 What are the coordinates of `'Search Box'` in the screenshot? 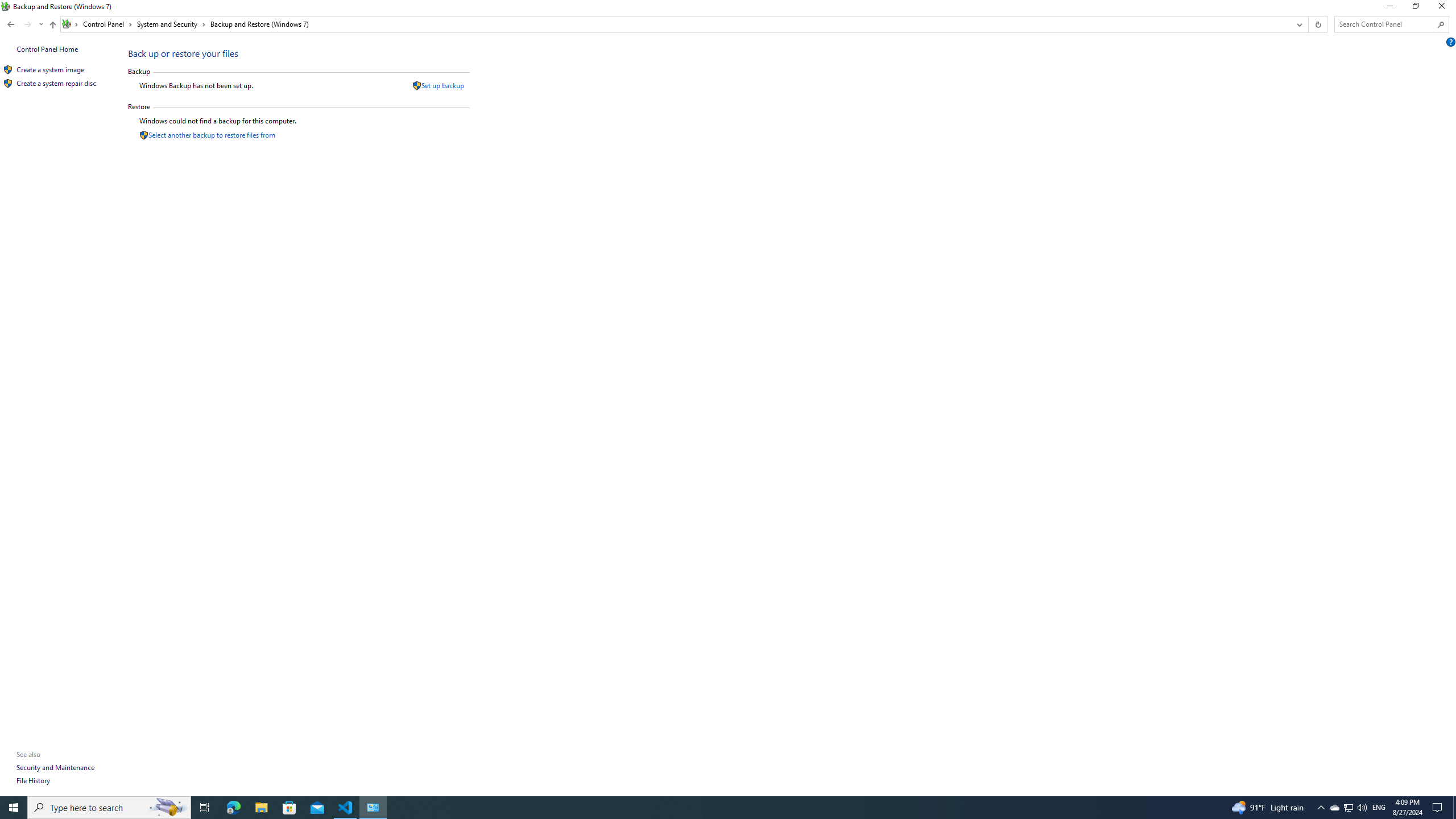 It's located at (1386, 24).